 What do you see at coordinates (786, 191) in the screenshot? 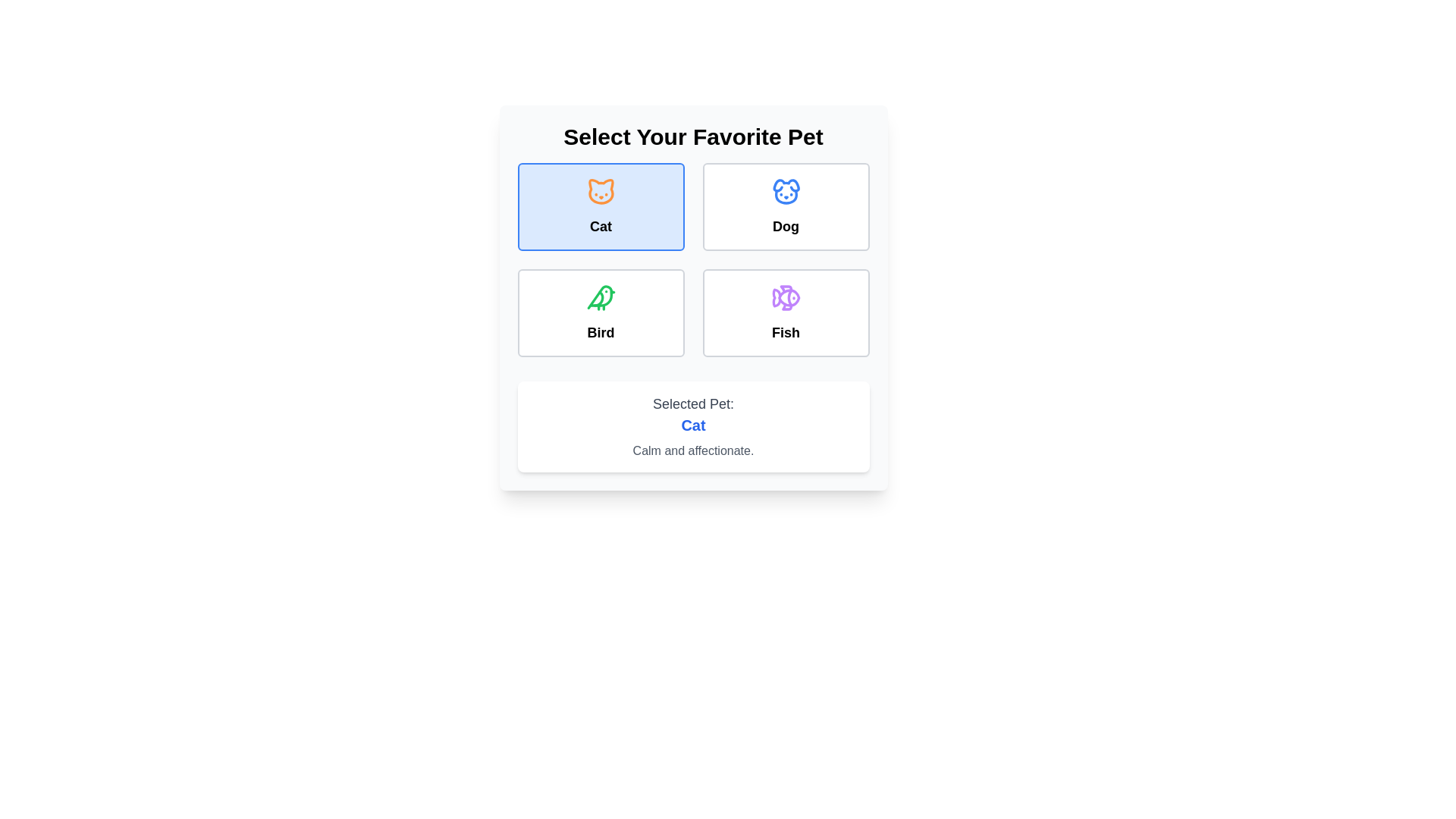
I see `the icon resembling a dog's face with a blue circular outline, located at the top section of the 'Dog' card` at bounding box center [786, 191].